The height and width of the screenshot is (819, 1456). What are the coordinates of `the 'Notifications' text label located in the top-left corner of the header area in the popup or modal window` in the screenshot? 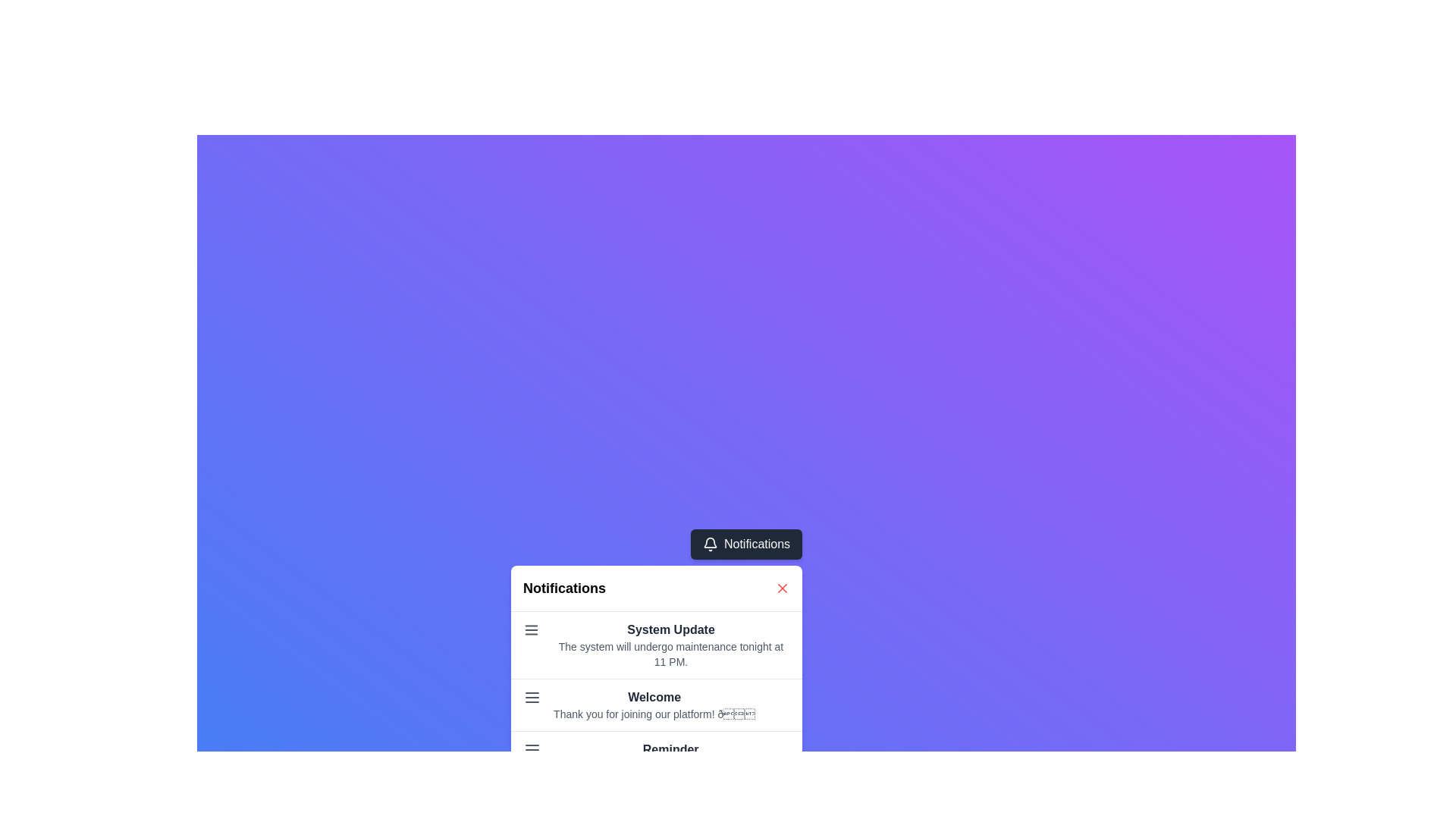 It's located at (563, 587).